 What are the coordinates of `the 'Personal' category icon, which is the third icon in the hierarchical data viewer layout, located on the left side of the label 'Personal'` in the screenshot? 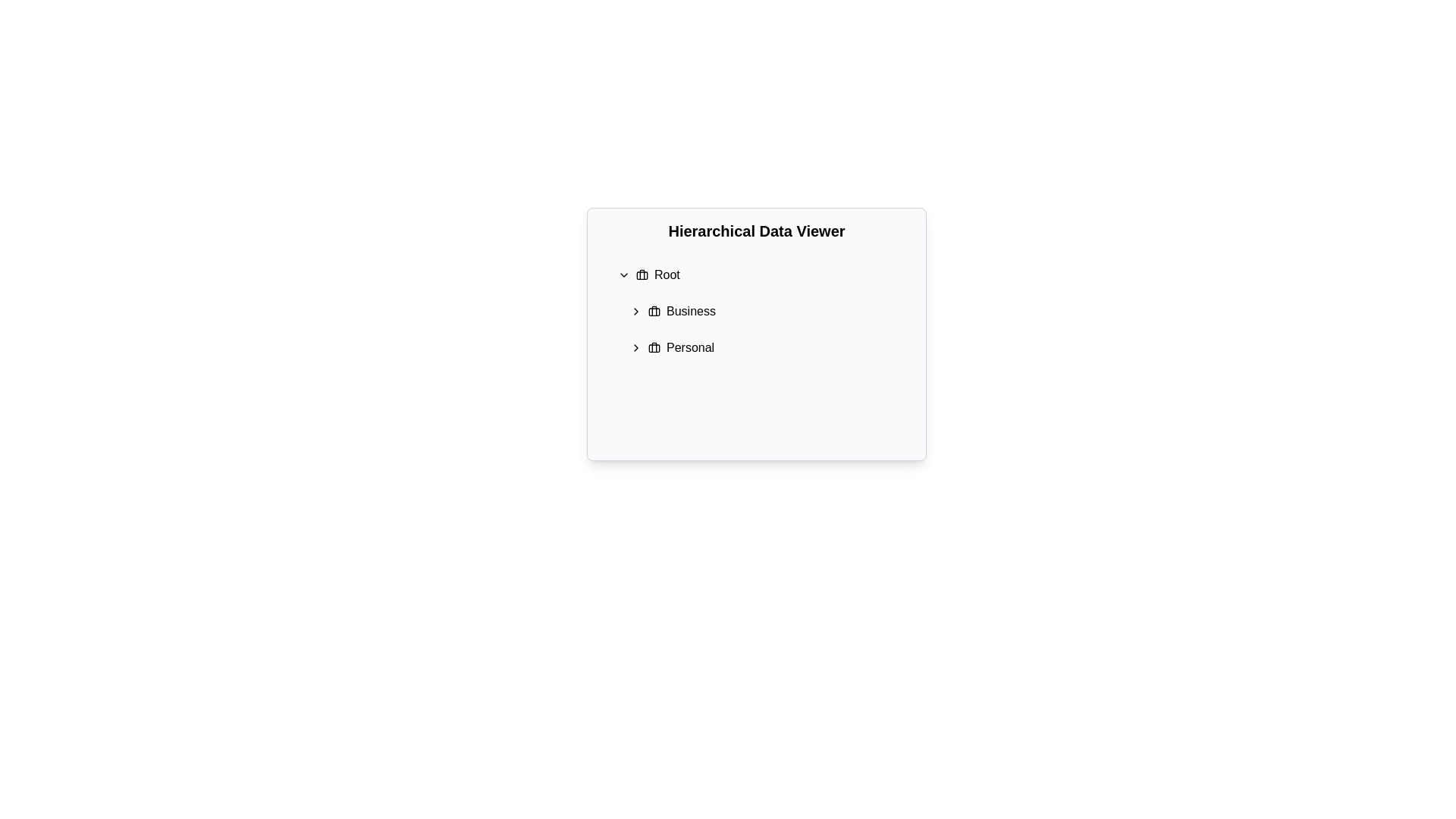 It's located at (654, 348).